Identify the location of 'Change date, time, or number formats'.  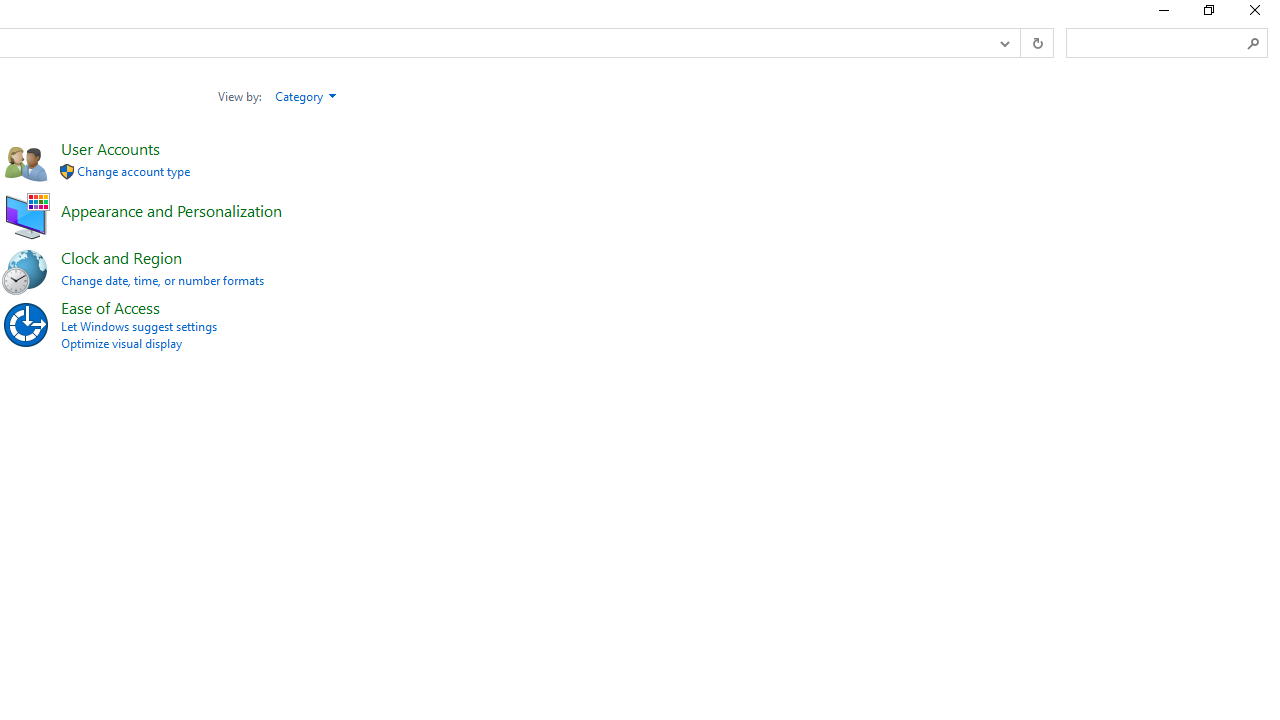
(162, 280).